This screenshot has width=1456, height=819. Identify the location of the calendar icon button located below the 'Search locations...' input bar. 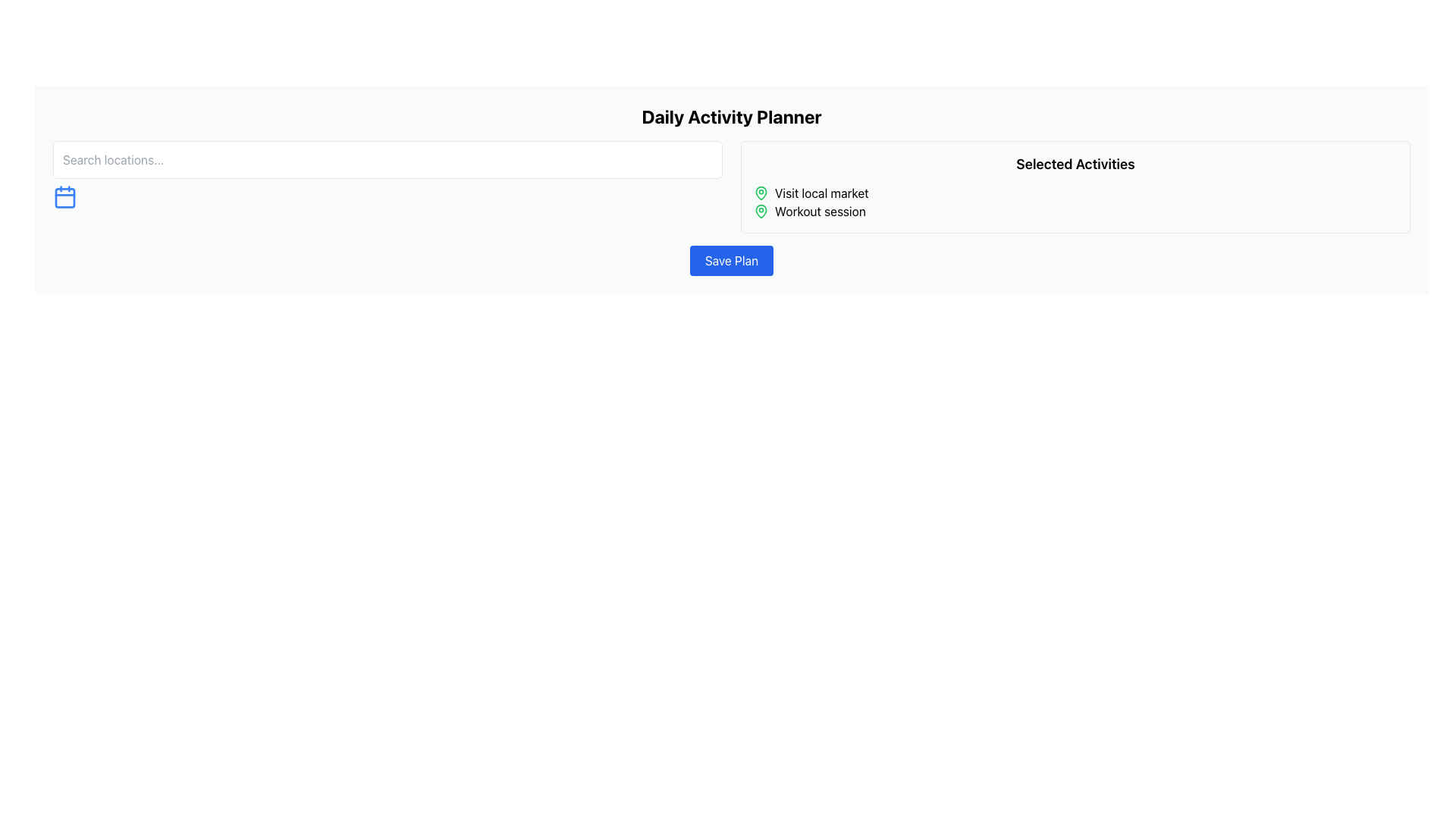
(64, 196).